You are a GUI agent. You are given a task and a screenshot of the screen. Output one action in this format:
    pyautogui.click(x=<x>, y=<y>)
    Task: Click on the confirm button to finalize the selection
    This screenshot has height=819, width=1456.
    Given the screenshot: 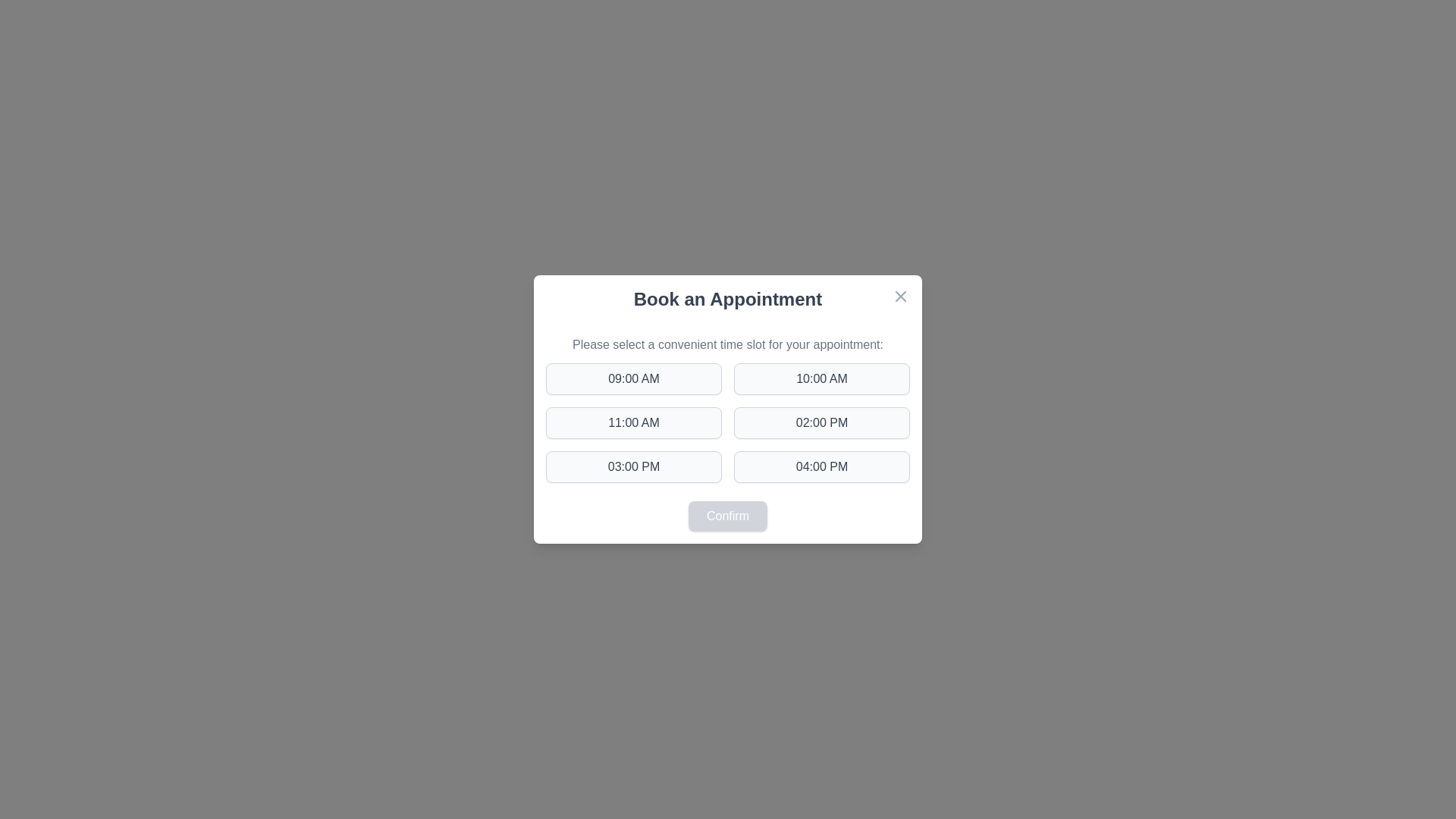 What is the action you would take?
    pyautogui.click(x=728, y=516)
    